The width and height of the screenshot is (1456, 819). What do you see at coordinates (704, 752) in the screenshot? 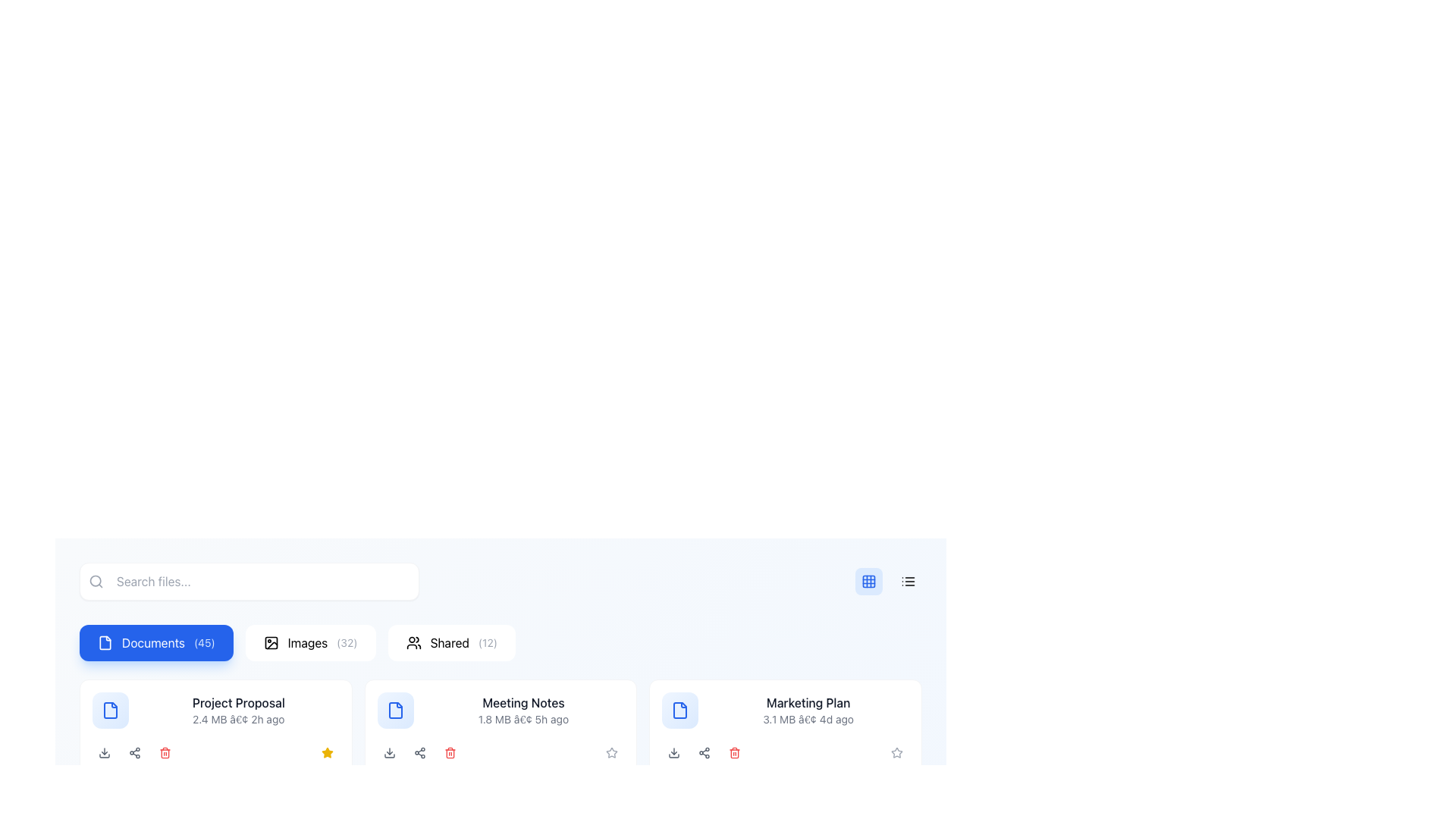
I see `the sharing button located below the 'Marketing Plan' card in the third column of documents` at bounding box center [704, 752].